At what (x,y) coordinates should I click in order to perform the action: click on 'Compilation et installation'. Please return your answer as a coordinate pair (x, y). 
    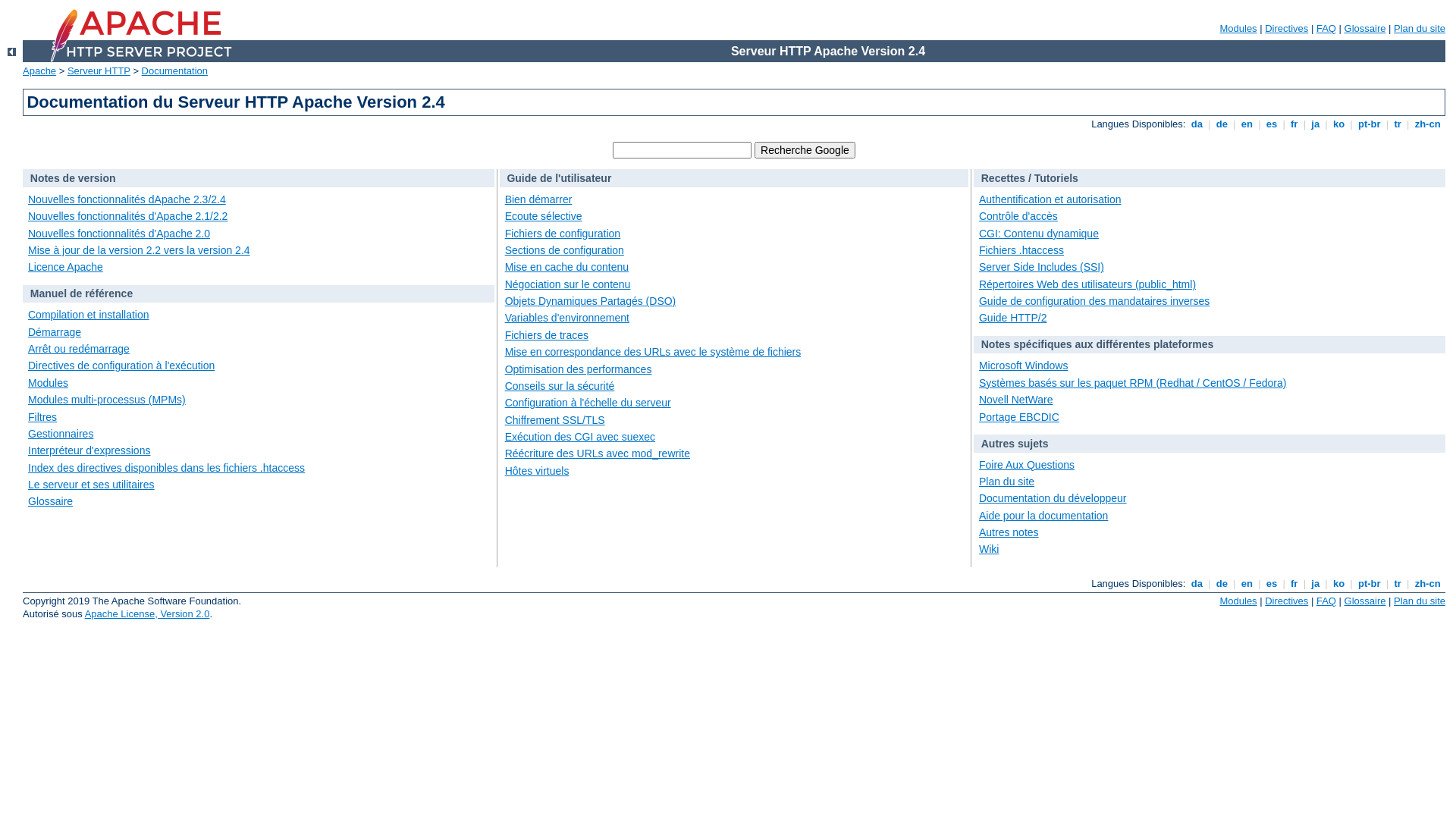
    Looking at the image, I should click on (87, 314).